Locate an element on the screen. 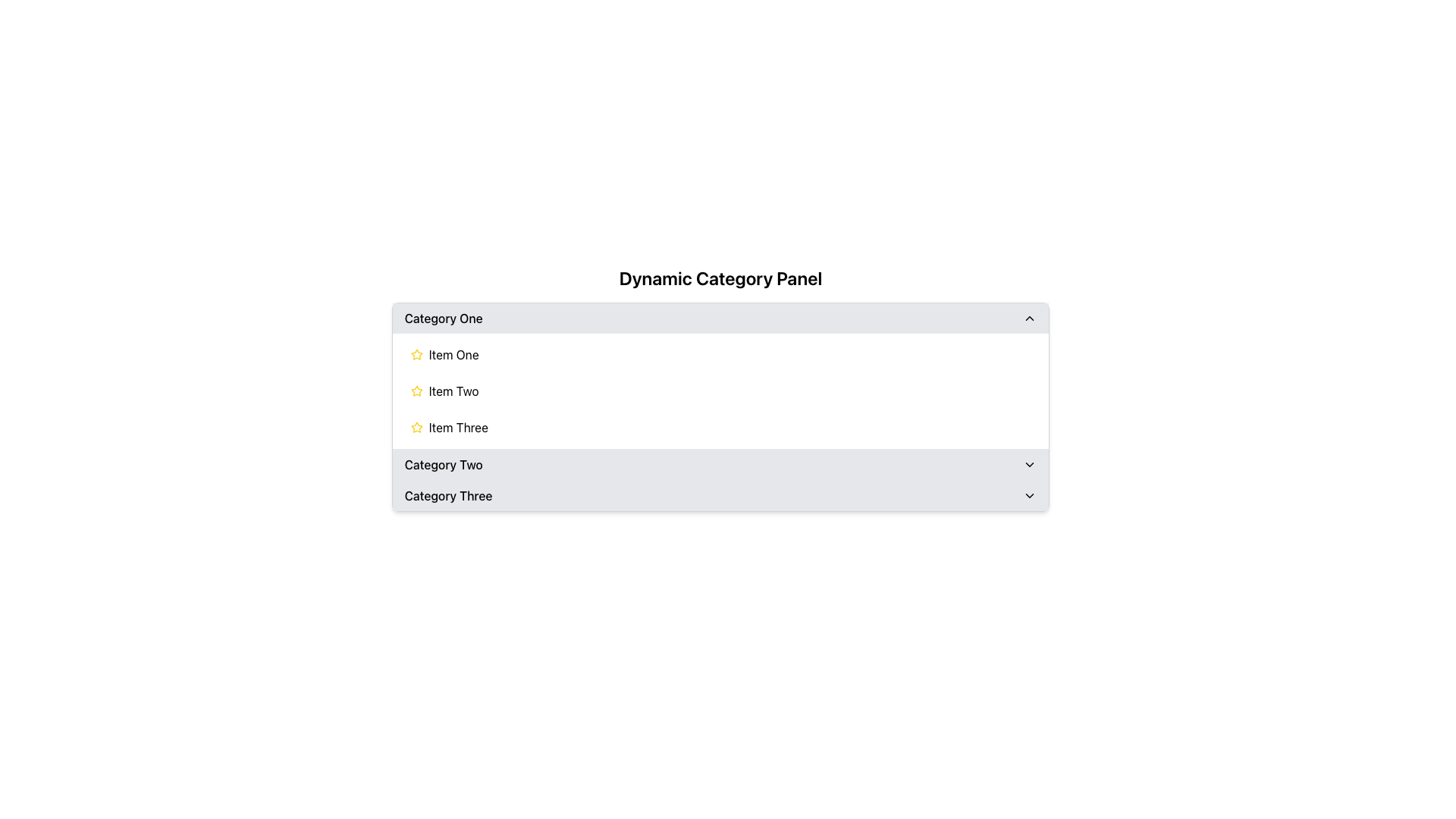 The width and height of the screenshot is (1456, 819). the downward-pointing chevron icon located on the right side of the 'Category Two' section header is located at coordinates (1030, 464).